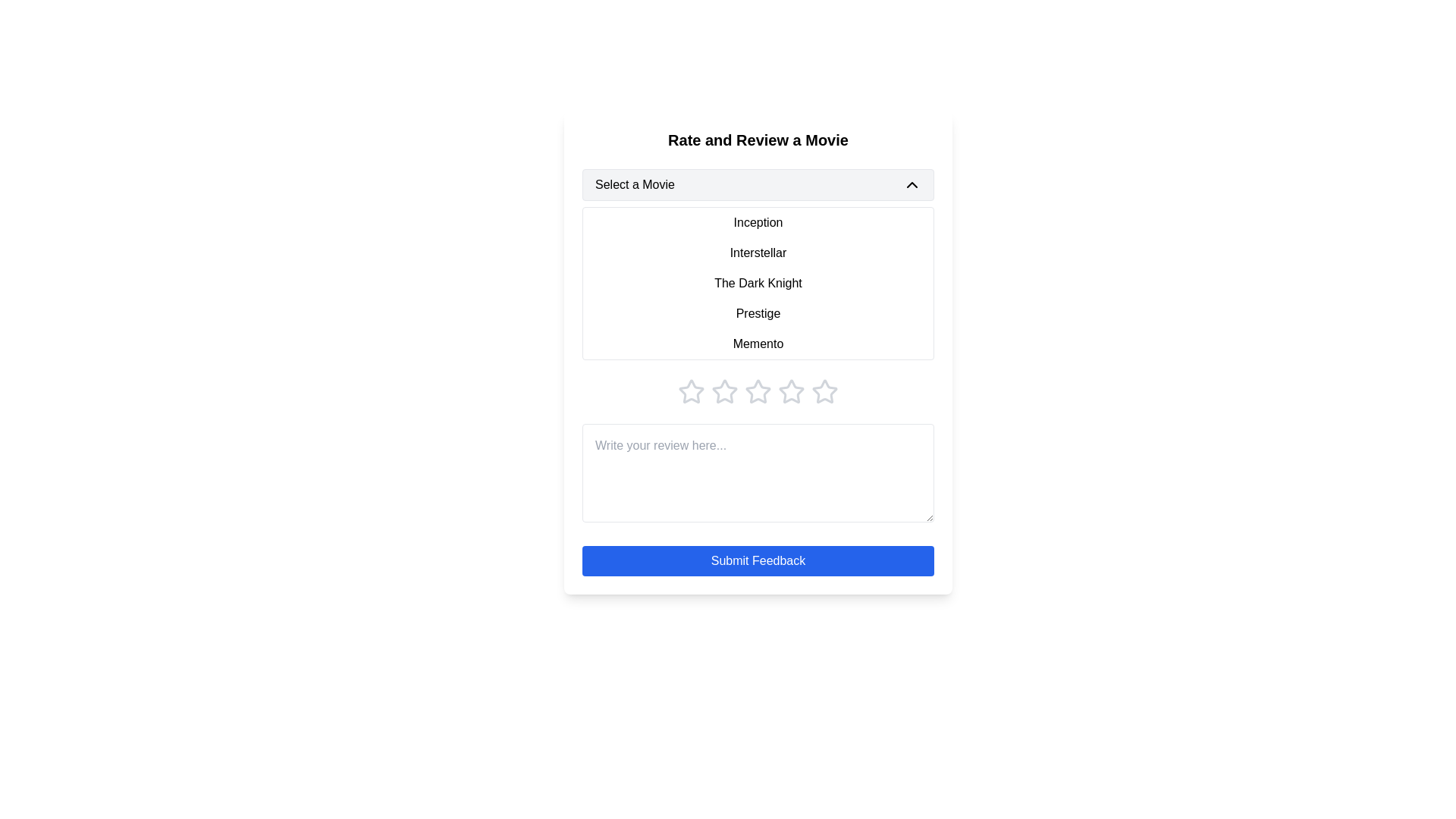 The height and width of the screenshot is (819, 1456). I want to click on the fifth star-shaped icon in the horizontal sequence to rate it, so click(824, 391).